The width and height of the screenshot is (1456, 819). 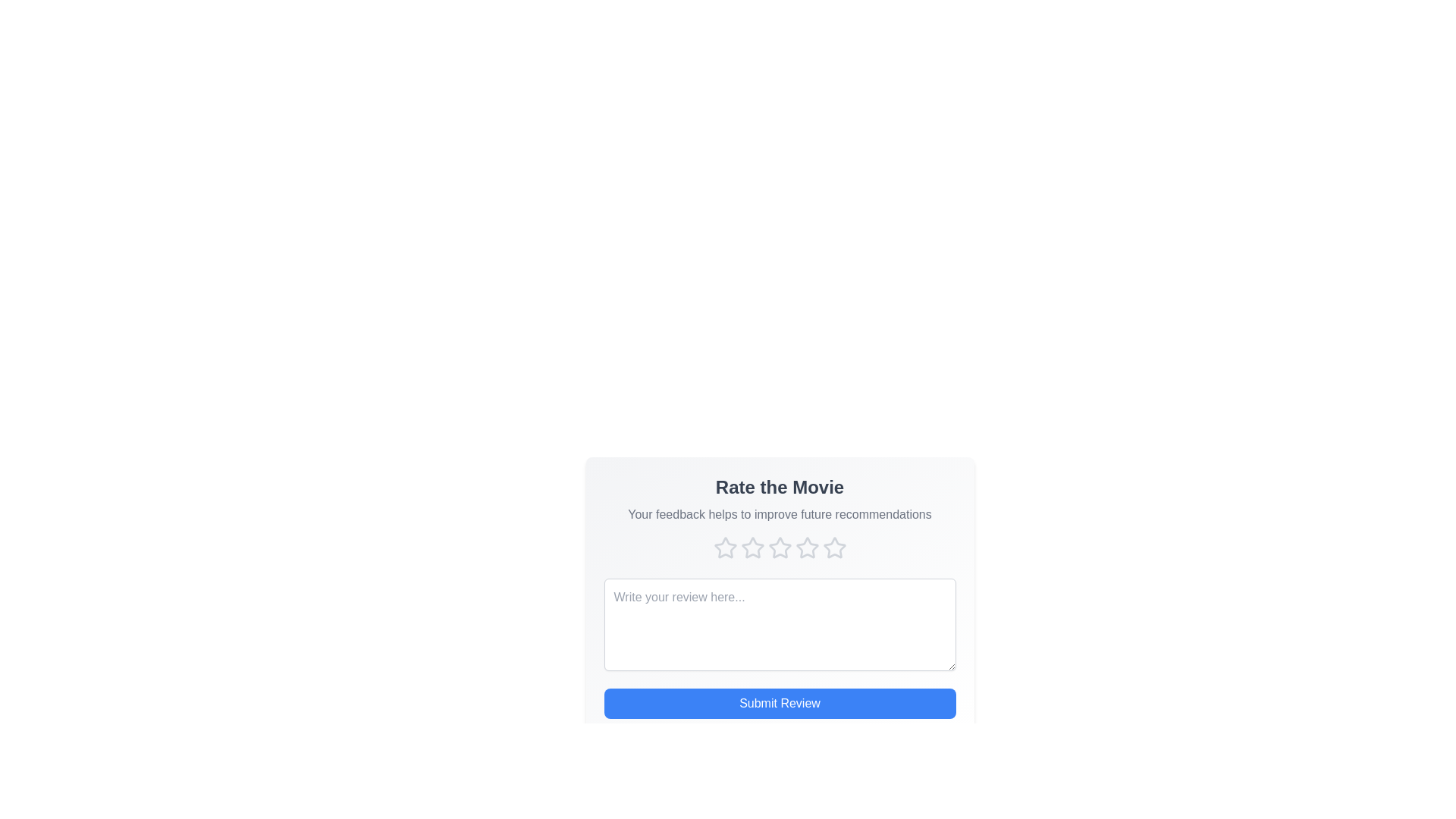 What do you see at coordinates (806, 548) in the screenshot?
I see `the fourth star icon in the rating system, which allows users to rate an entity` at bounding box center [806, 548].